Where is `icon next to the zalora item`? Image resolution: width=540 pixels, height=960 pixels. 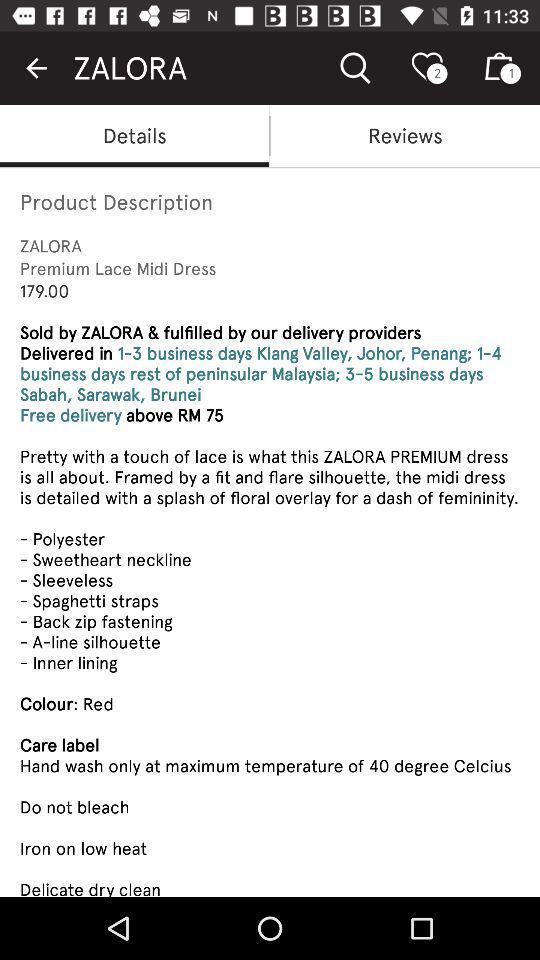 icon next to the zalora item is located at coordinates (36, 68).